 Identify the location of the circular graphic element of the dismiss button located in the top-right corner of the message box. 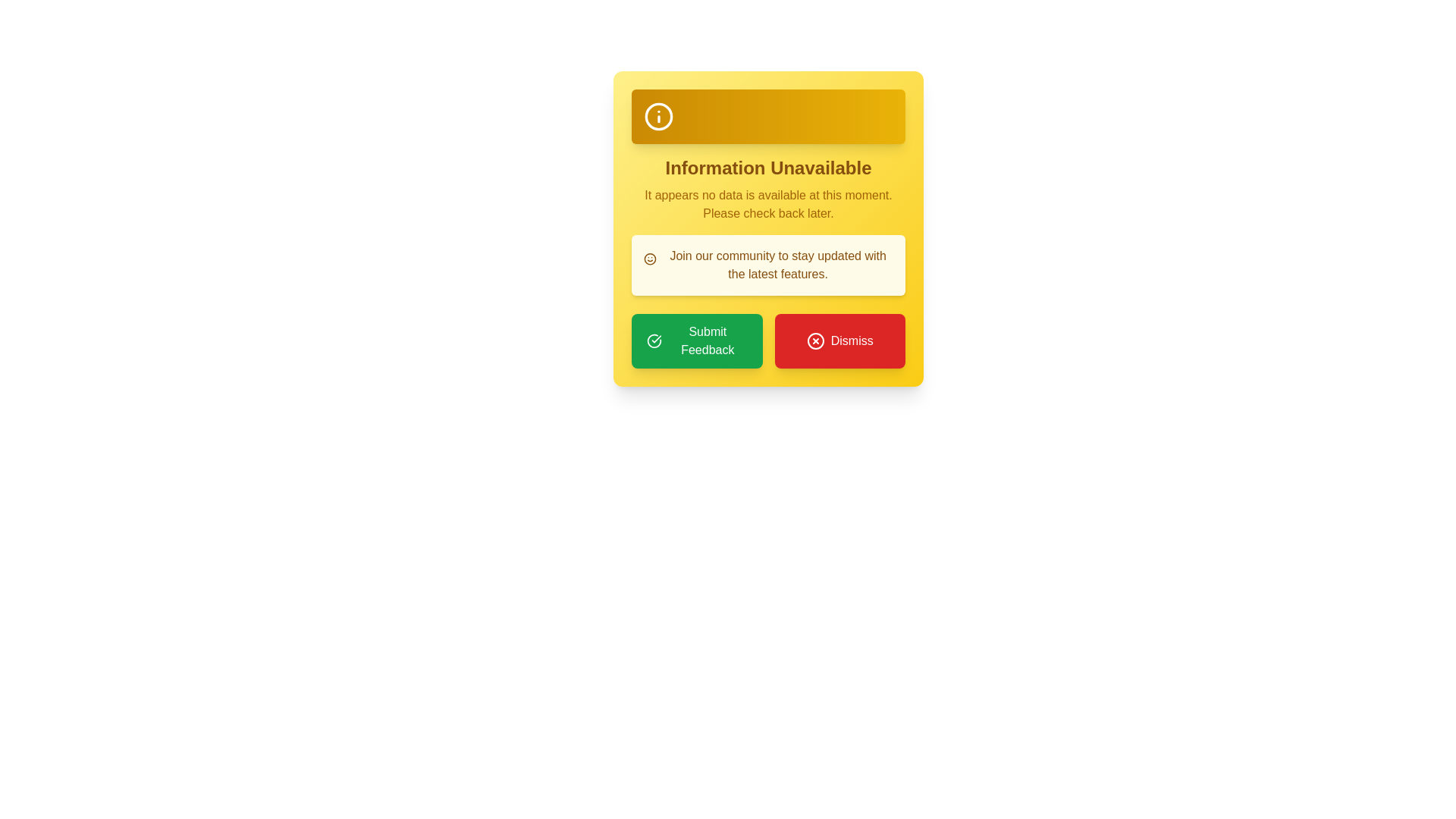
(814, 341).